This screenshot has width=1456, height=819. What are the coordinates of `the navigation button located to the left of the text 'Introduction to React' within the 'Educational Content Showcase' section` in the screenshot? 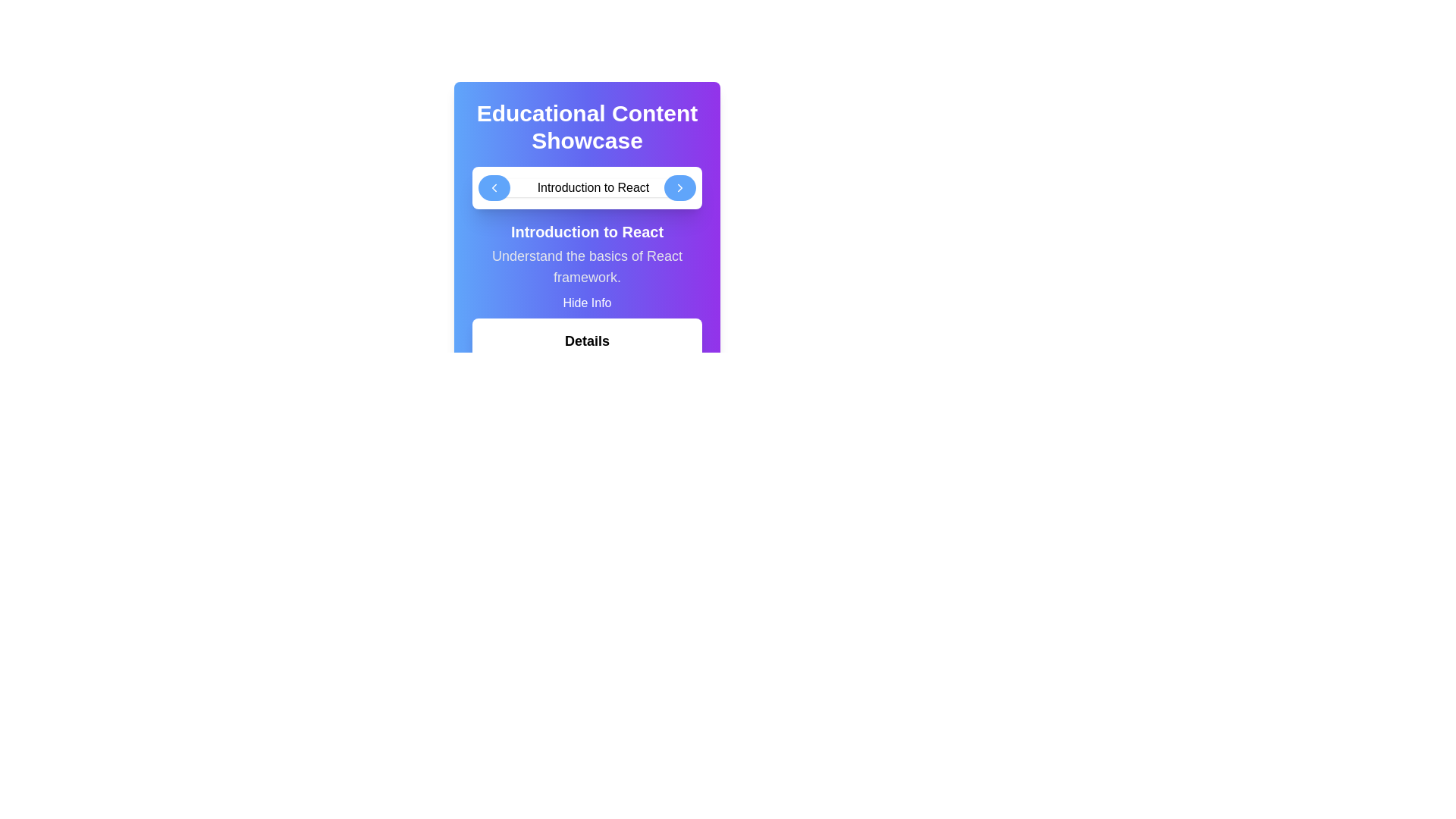 It's located at (494, 187).